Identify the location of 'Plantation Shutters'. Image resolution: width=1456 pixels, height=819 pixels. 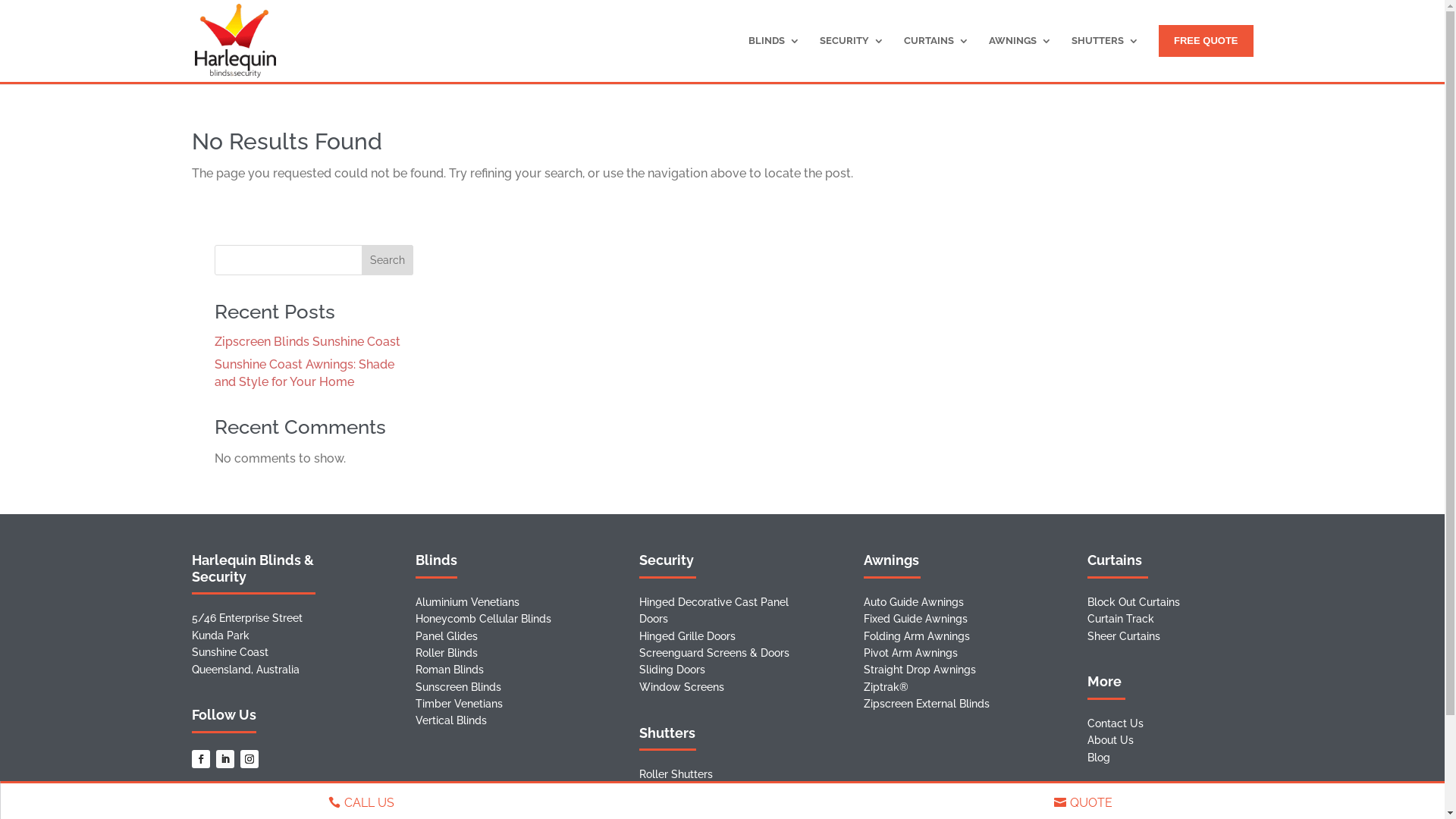
(639, 791).